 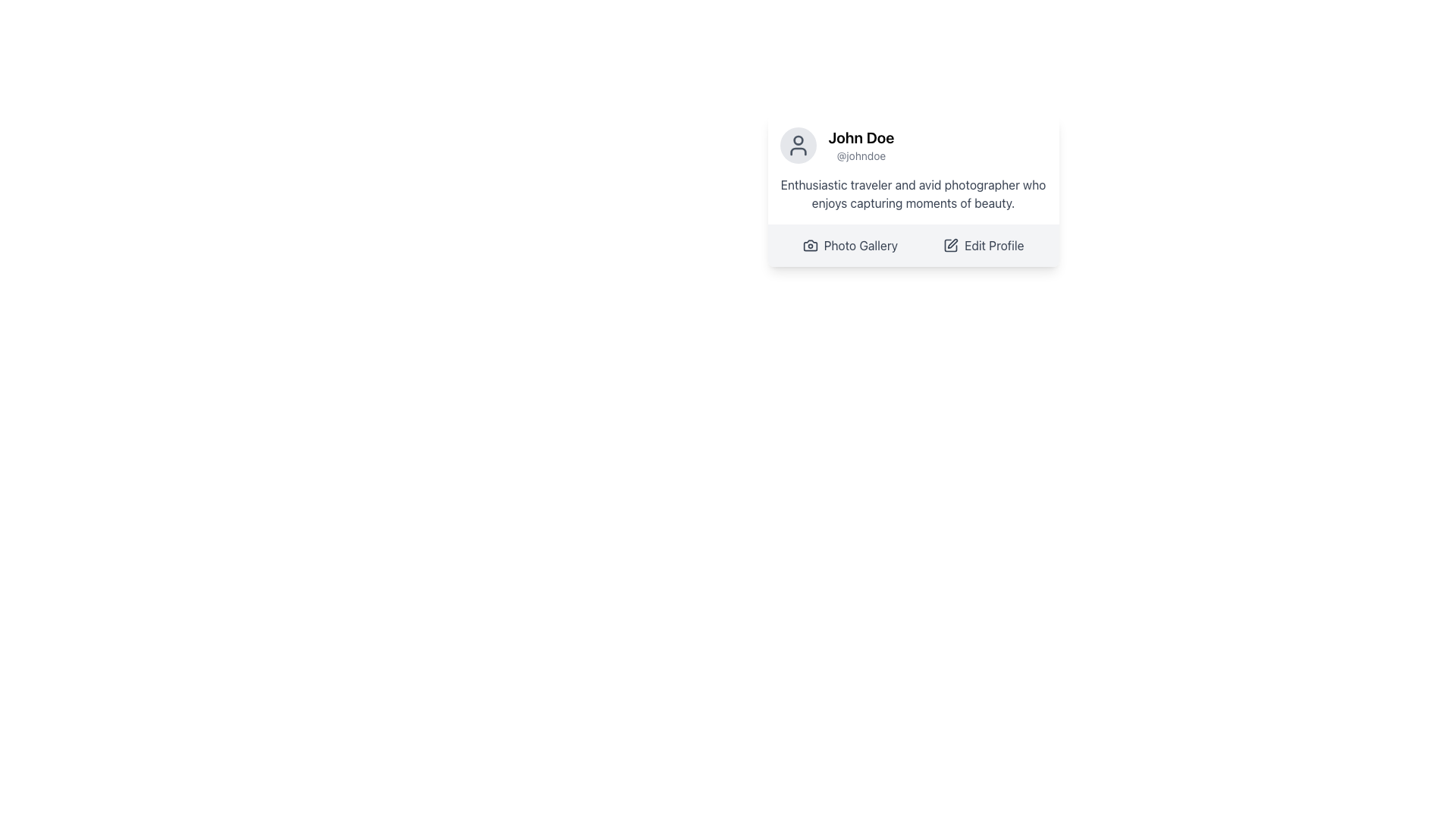 What do you see at coordinates (912, 193) in the screenshot?
I see `text content located beneath the full name 'John Doe' and username '@johndoe' within the profile card layout` at bounding box center [912, 193].